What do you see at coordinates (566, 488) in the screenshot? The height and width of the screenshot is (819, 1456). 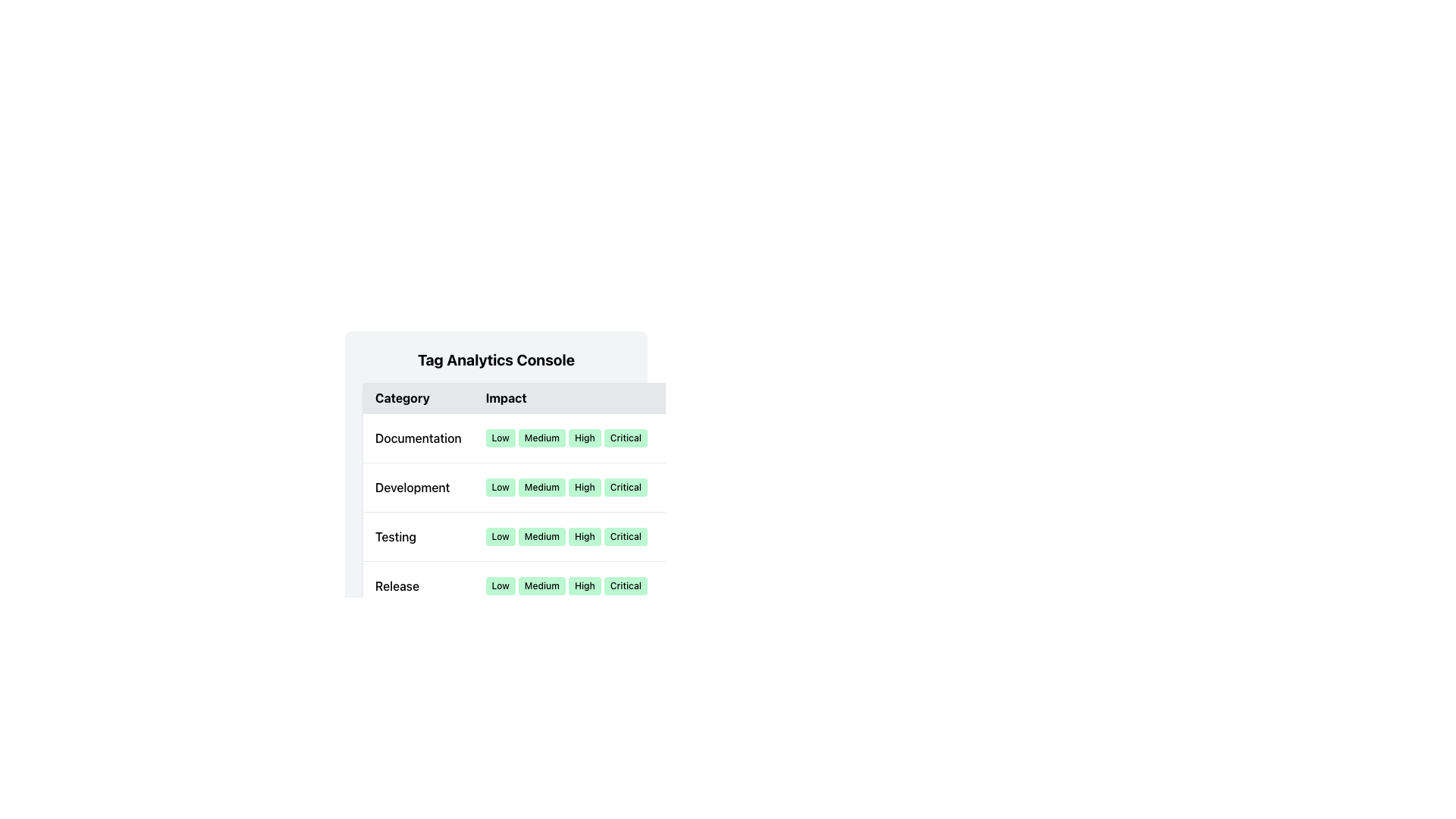 I see `the second group of buttons styled as tags under the 'Impact' column in the 'Development' row of the 'Tag Analytics Console' interface` at bounding box center [566, 488].